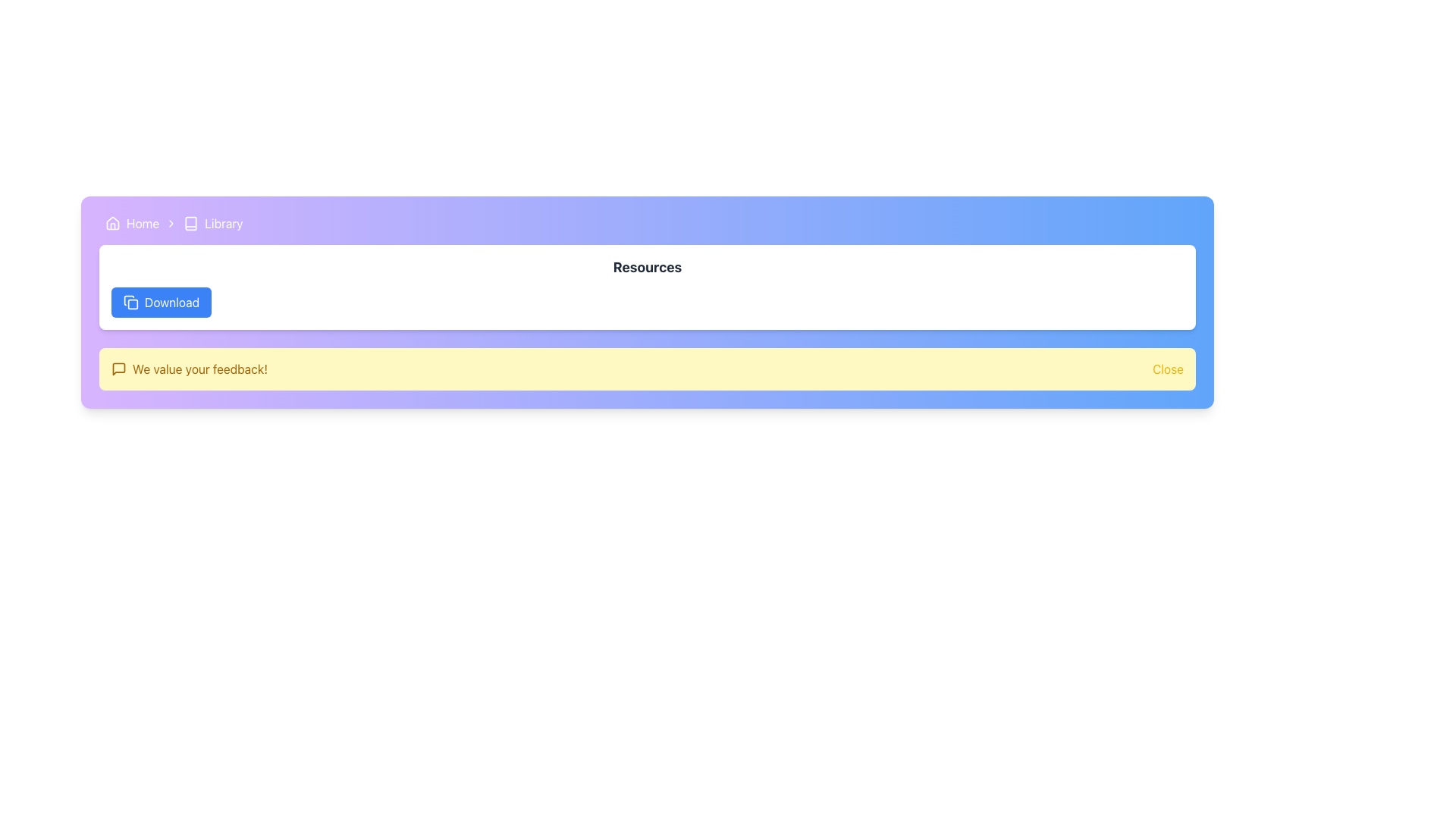 This screenshot has width=1456, height=819. Describe the element at coordinates (129, 300) in the screenshot. I see `the small rectangular icon with a geometric design representing a document, located within the 'Download' button, positioned on the left side of the button's content` at that location.